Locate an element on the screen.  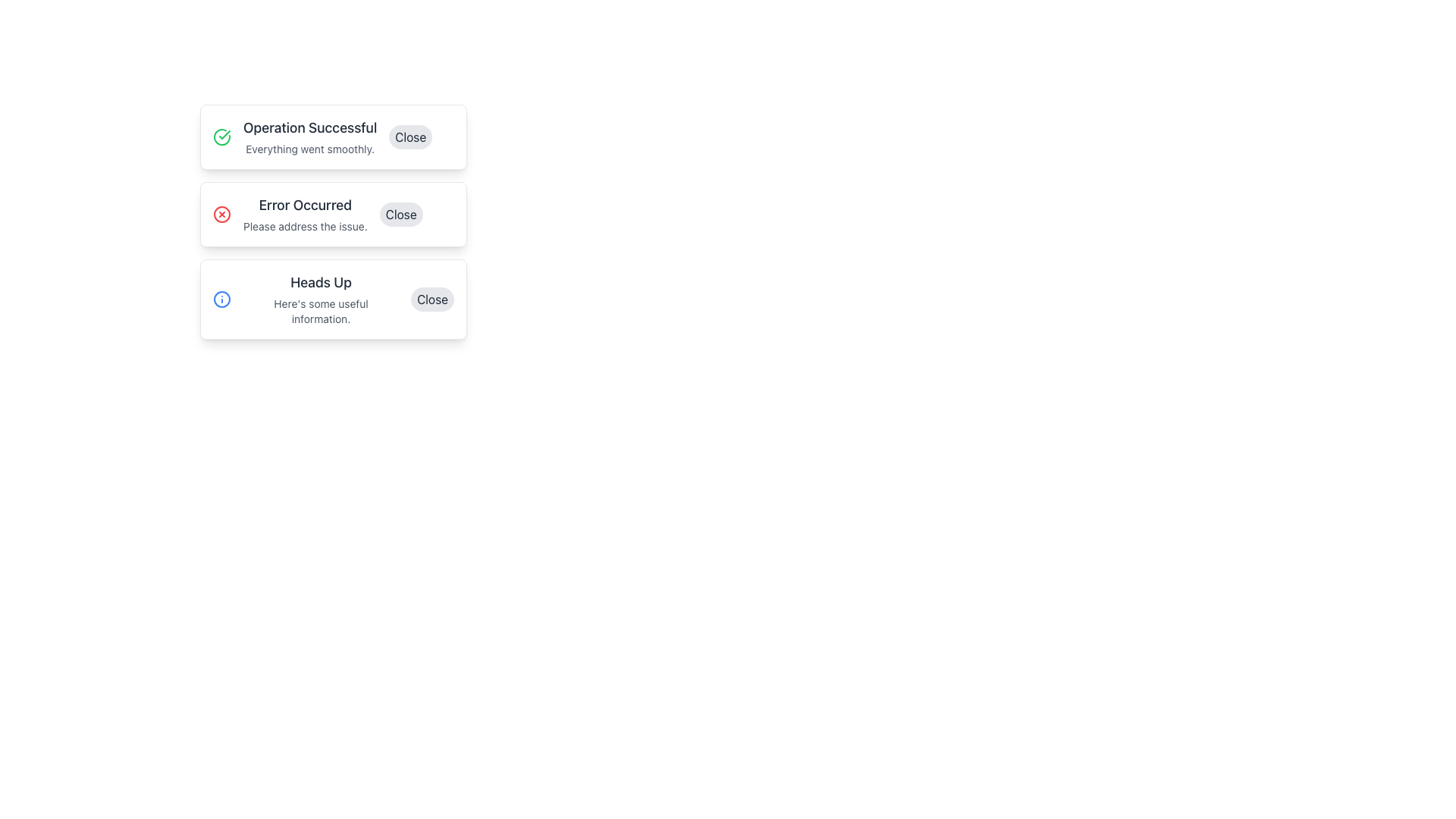
text block that displays 'Operation Successful' and 'Everything went smoothly' within the notification card at the top-left of the notification group is located at coordinates (309, 137).